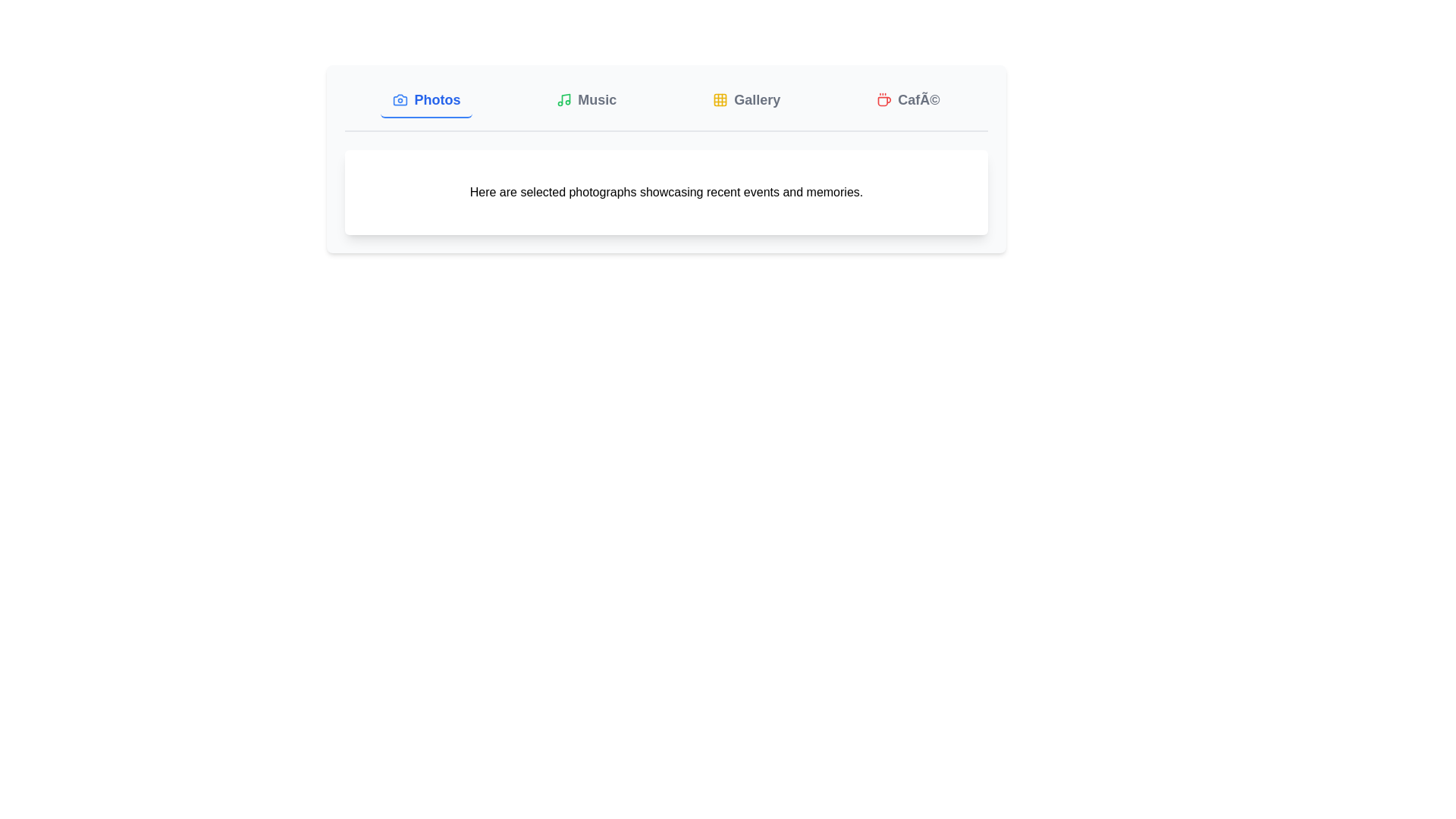 The height and width of the screenshot is (819, 1456). Describe the element at coordinates (596, 99) in the screenshot. I see `the text label displaying 'Music' which is part of the navigation button, positioned second from the left, and located to the right of the green music note icon` at that location.